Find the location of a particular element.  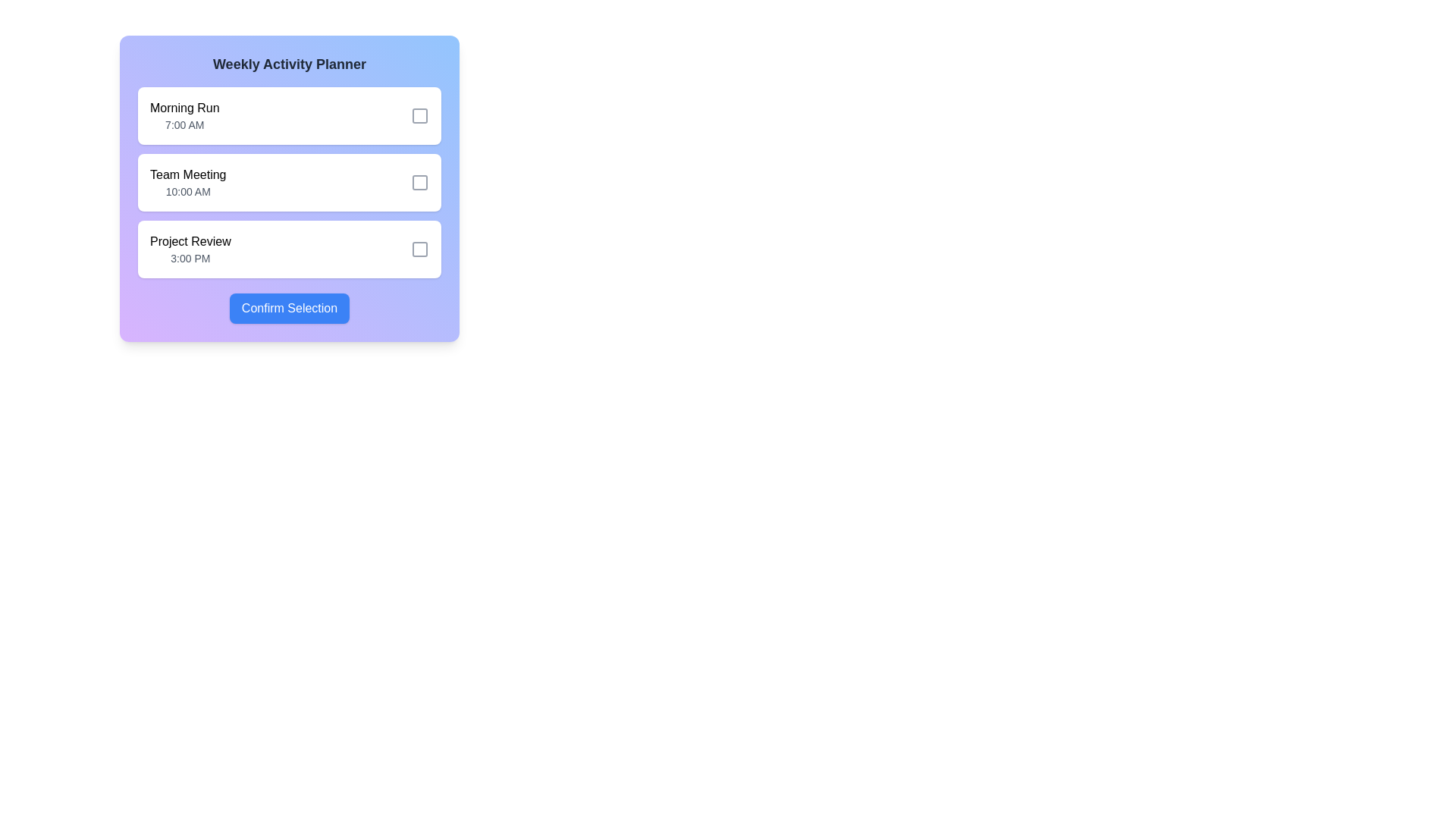

the empty square checkbox adjacent to the '3:00 PM' text in the 'Project Review' entry row is located at coordinates (419, 248).